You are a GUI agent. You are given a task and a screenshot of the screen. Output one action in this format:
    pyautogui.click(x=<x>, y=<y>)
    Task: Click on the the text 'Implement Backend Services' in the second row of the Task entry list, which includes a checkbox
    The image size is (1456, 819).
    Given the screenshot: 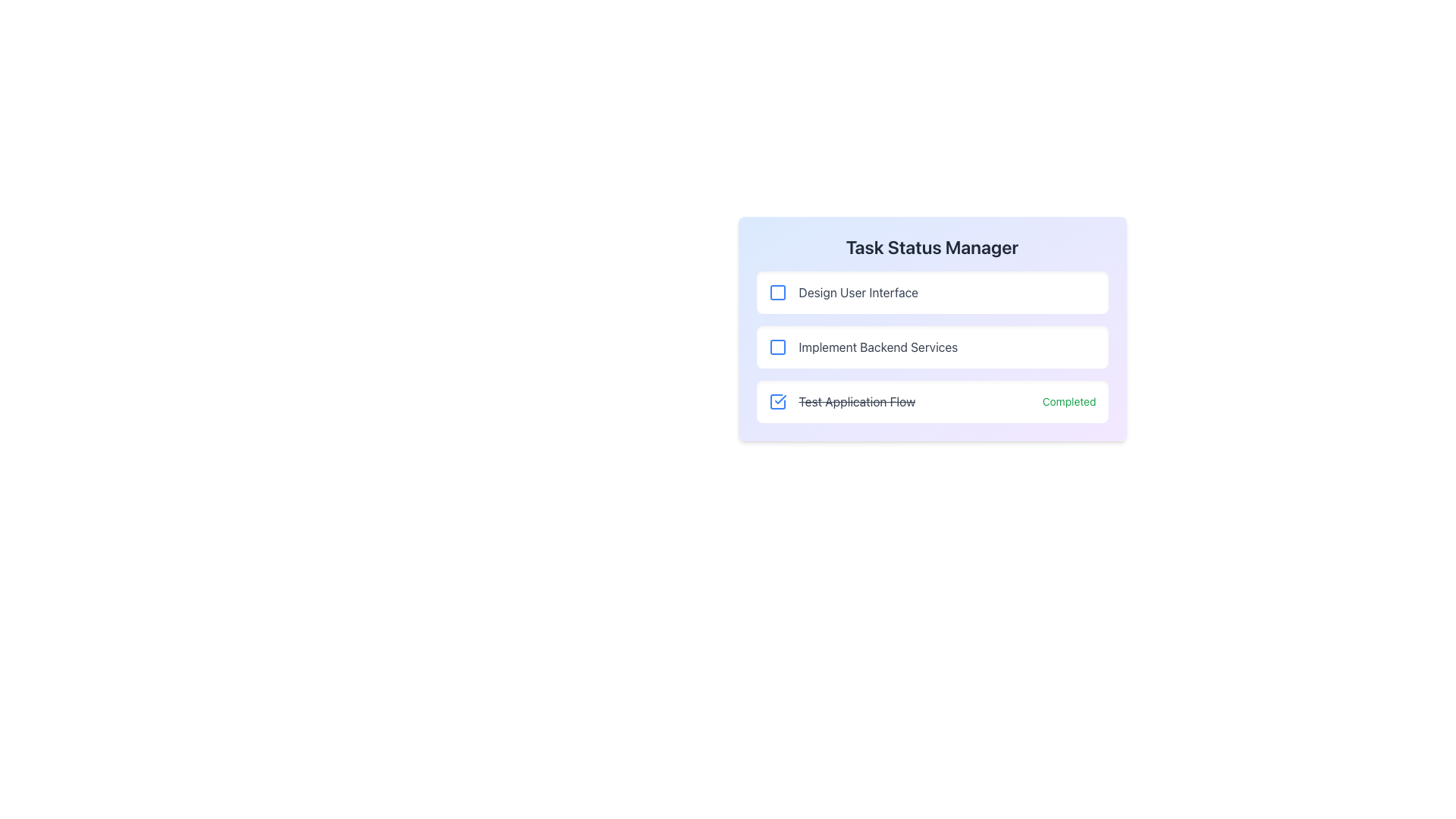 What is the action you would take?
    pyautogui.click(x=931, y=347)
    